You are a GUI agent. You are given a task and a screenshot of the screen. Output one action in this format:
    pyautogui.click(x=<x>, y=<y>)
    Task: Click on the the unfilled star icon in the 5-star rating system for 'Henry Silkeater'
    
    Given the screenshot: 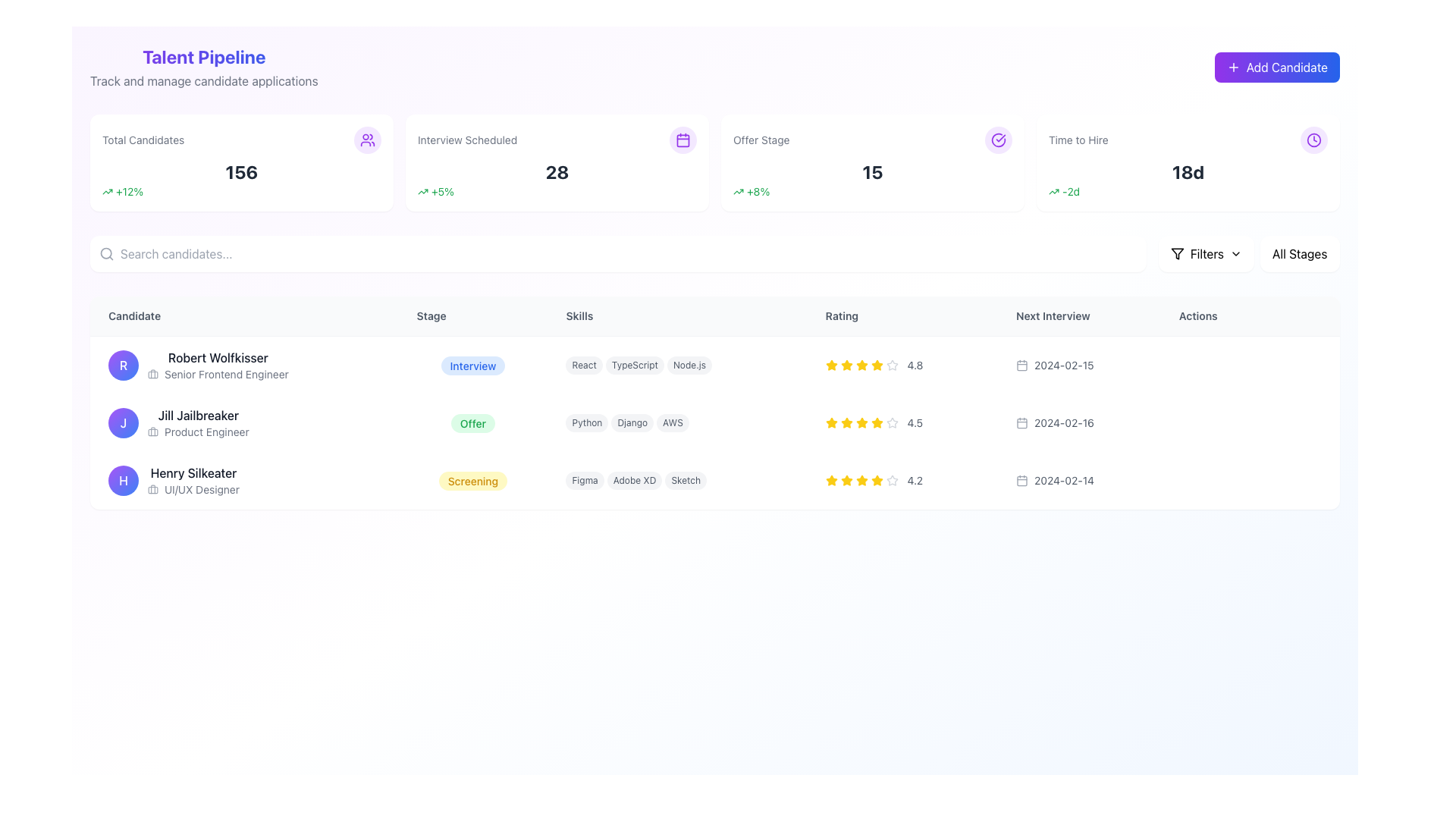 What is the action you would take?
    pyautogui.click(x=892, y=480)
    